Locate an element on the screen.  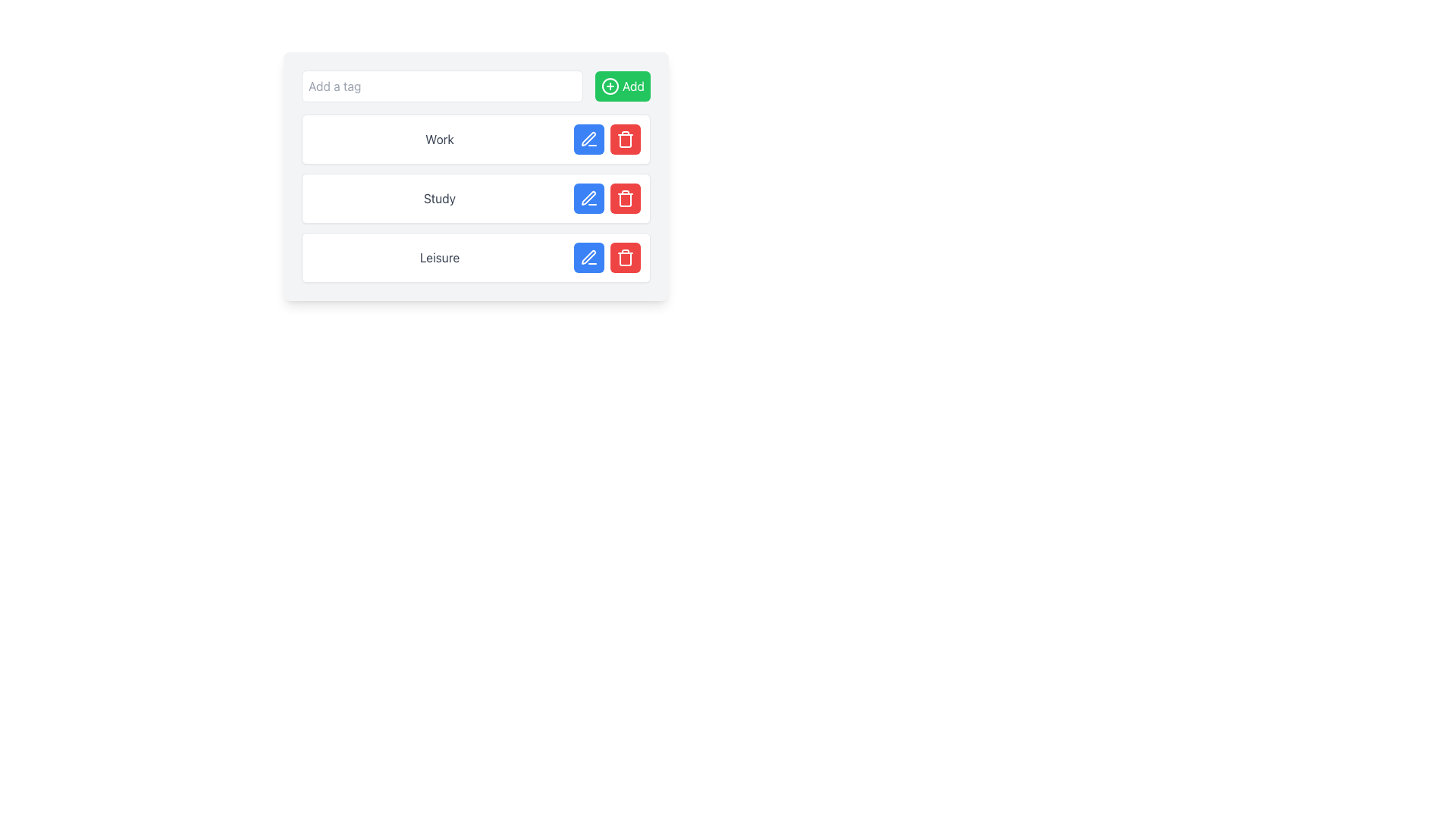
the rectangular 'Add' button with a green background and white text located at the top right corner of the row is located at coordinates (623, 86).